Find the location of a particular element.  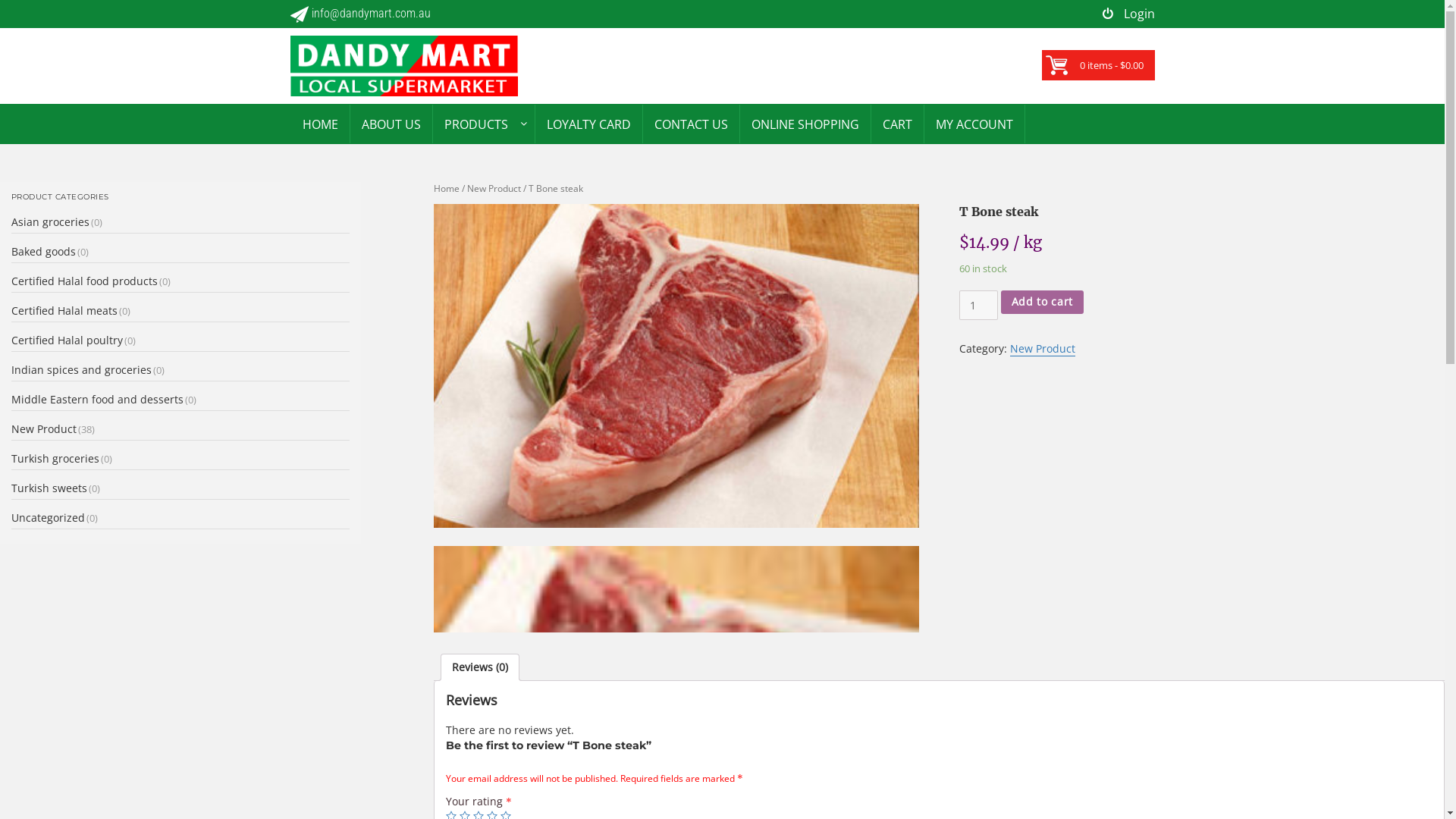

'Turkish groceries' is located at coordinates (55, 457).